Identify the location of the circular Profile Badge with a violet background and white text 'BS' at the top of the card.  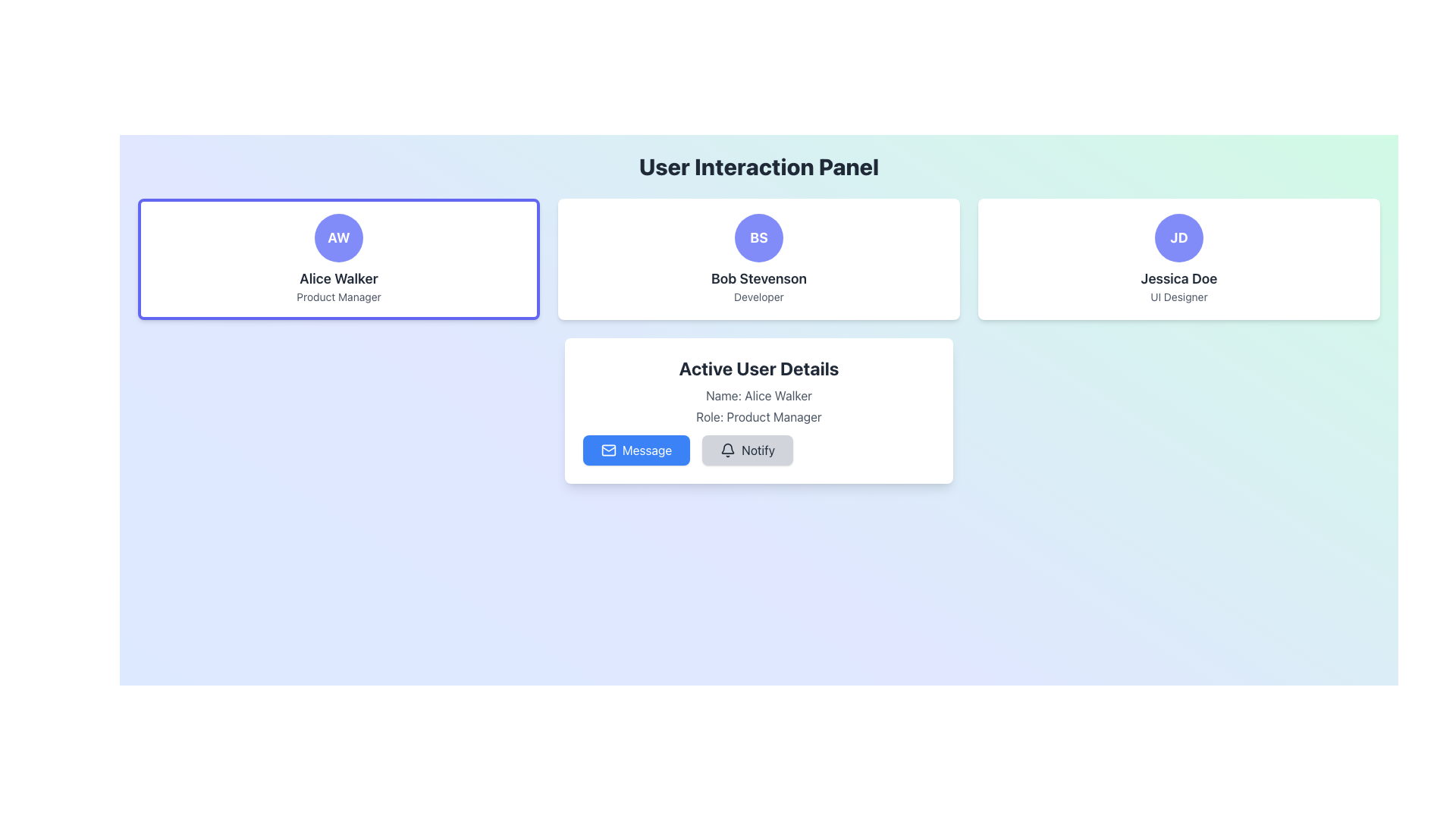
(759, 237).